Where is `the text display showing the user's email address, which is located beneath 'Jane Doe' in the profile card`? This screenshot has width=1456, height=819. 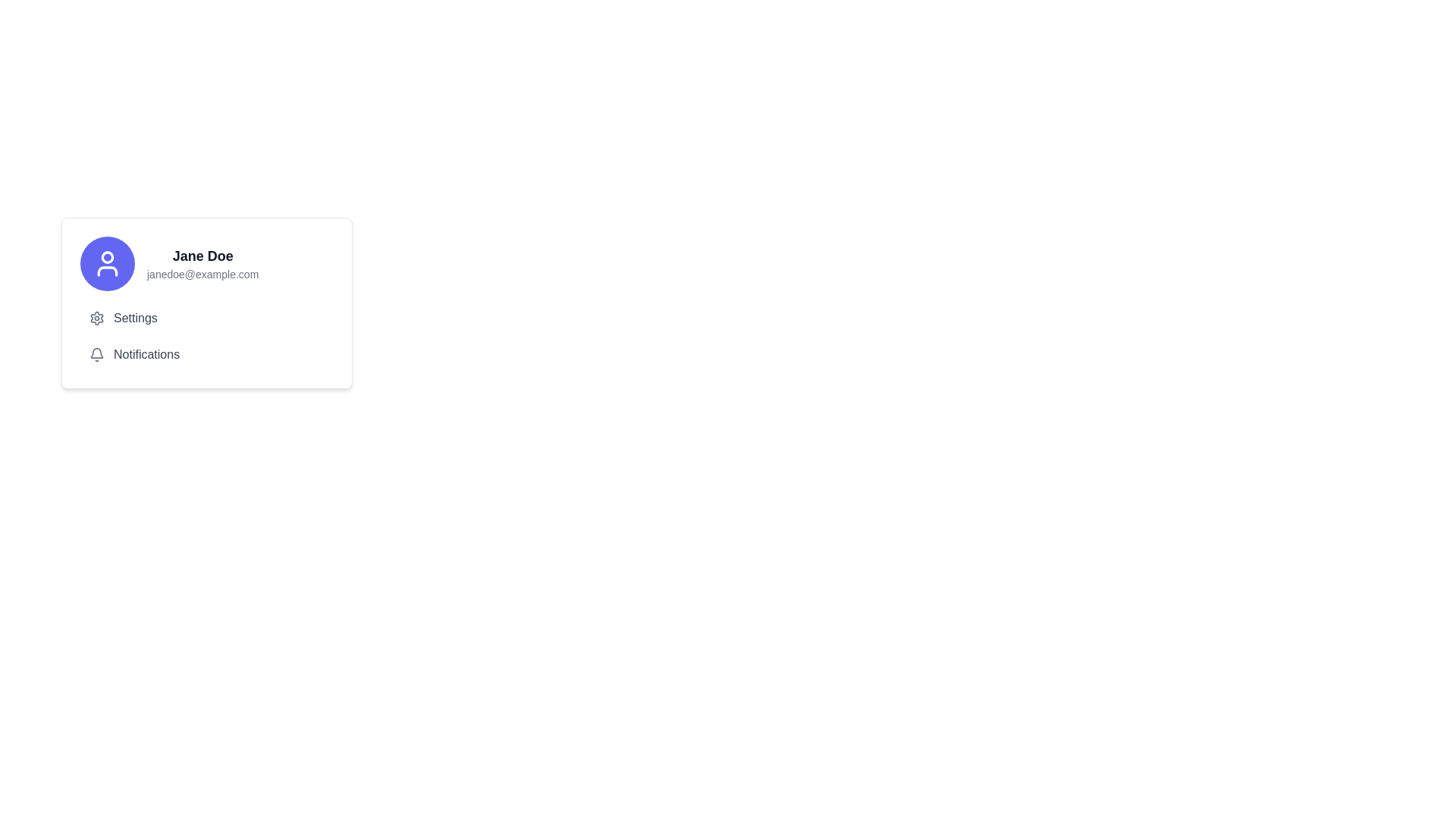 the text display showing the user's email address, which is located beneath 'Jane Doe' in the profile card is located at coordinates (202, 275).